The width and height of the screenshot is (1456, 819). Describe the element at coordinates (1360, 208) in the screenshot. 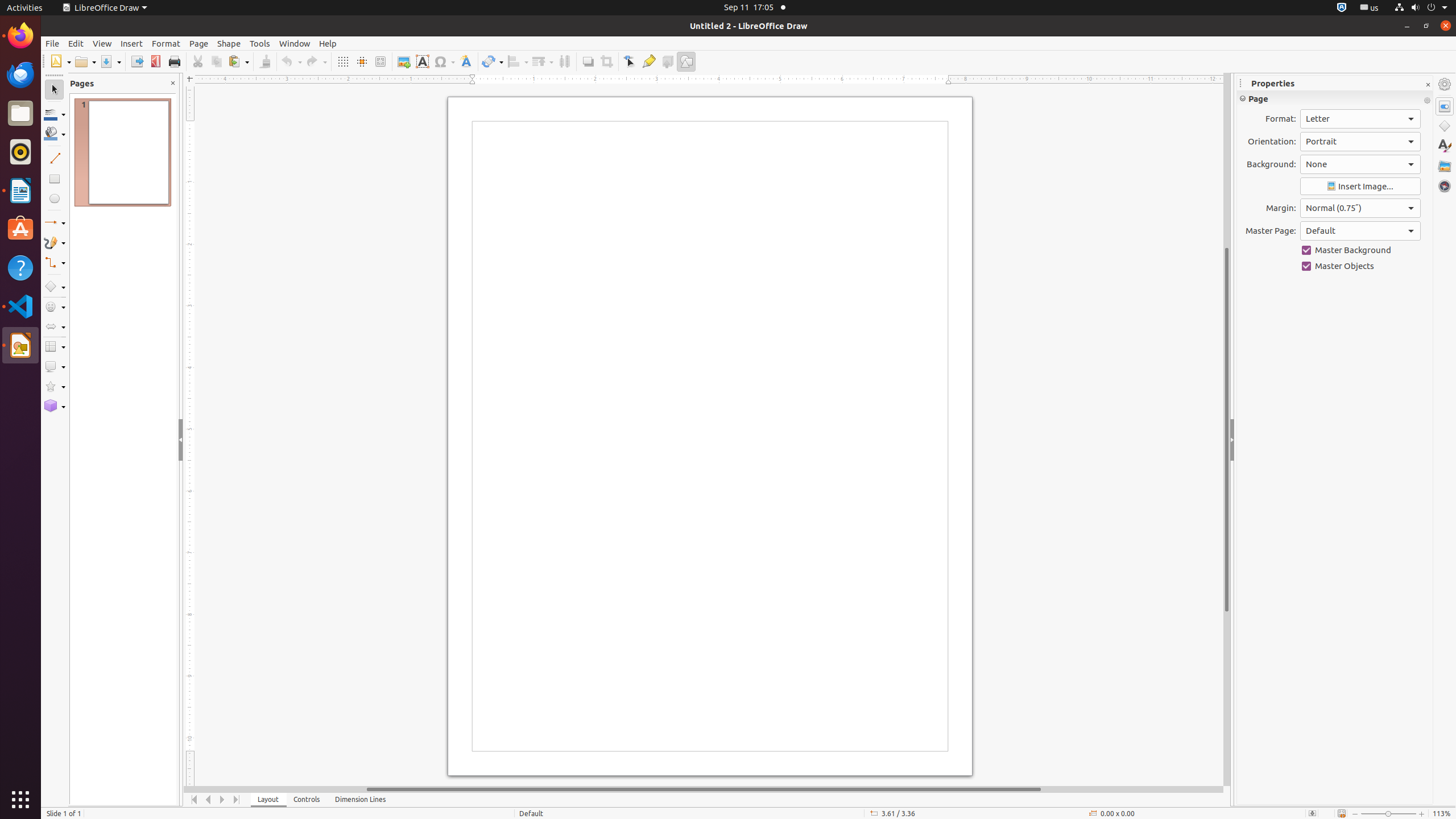

I see `'Margin:'` at that location.